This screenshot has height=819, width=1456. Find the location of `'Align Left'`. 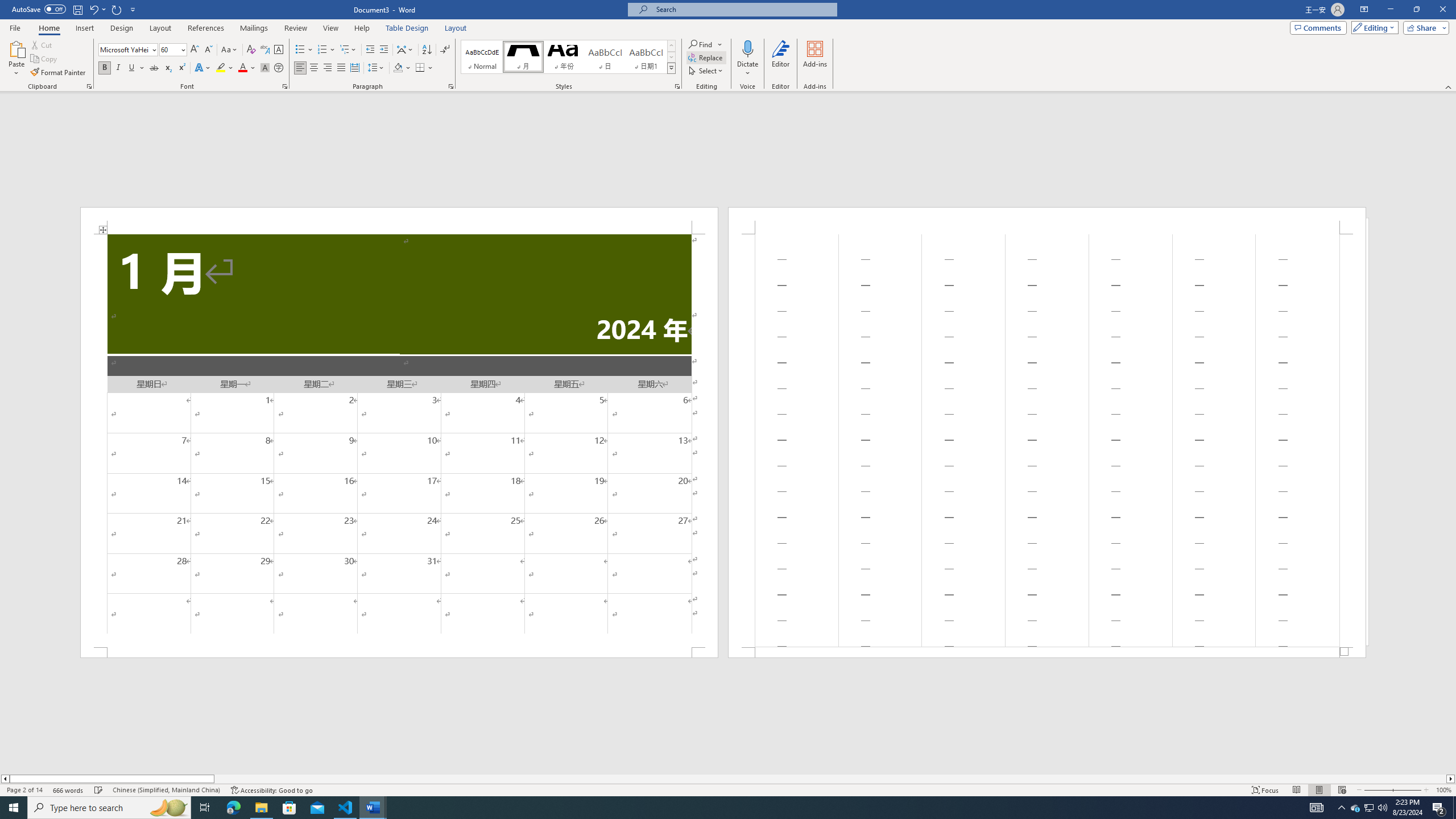

'Align Left' is located at coordinates (300, 67).